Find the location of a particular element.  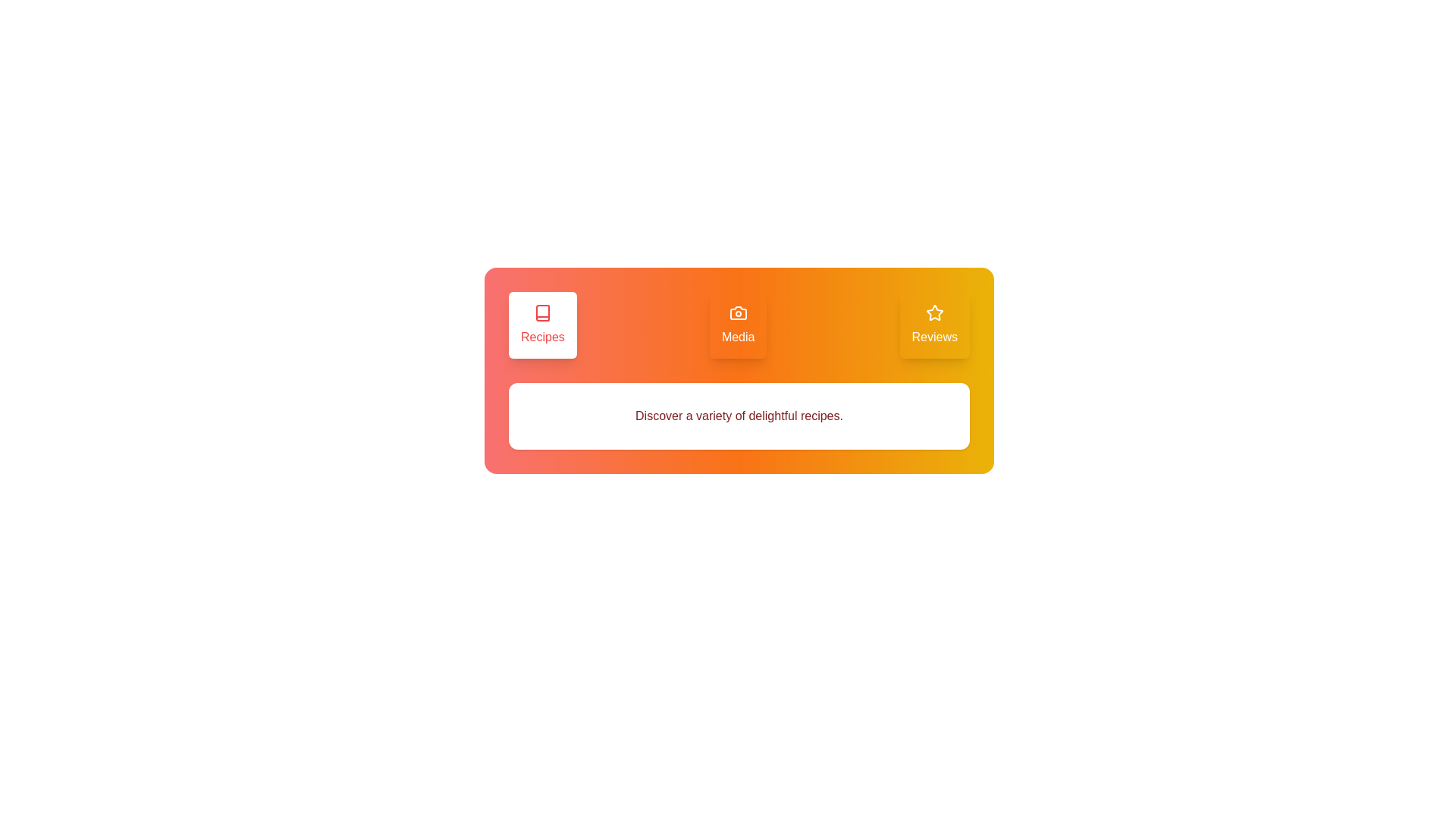

the tab labeled Recipes to activate it is located at coordinates (542, 324).